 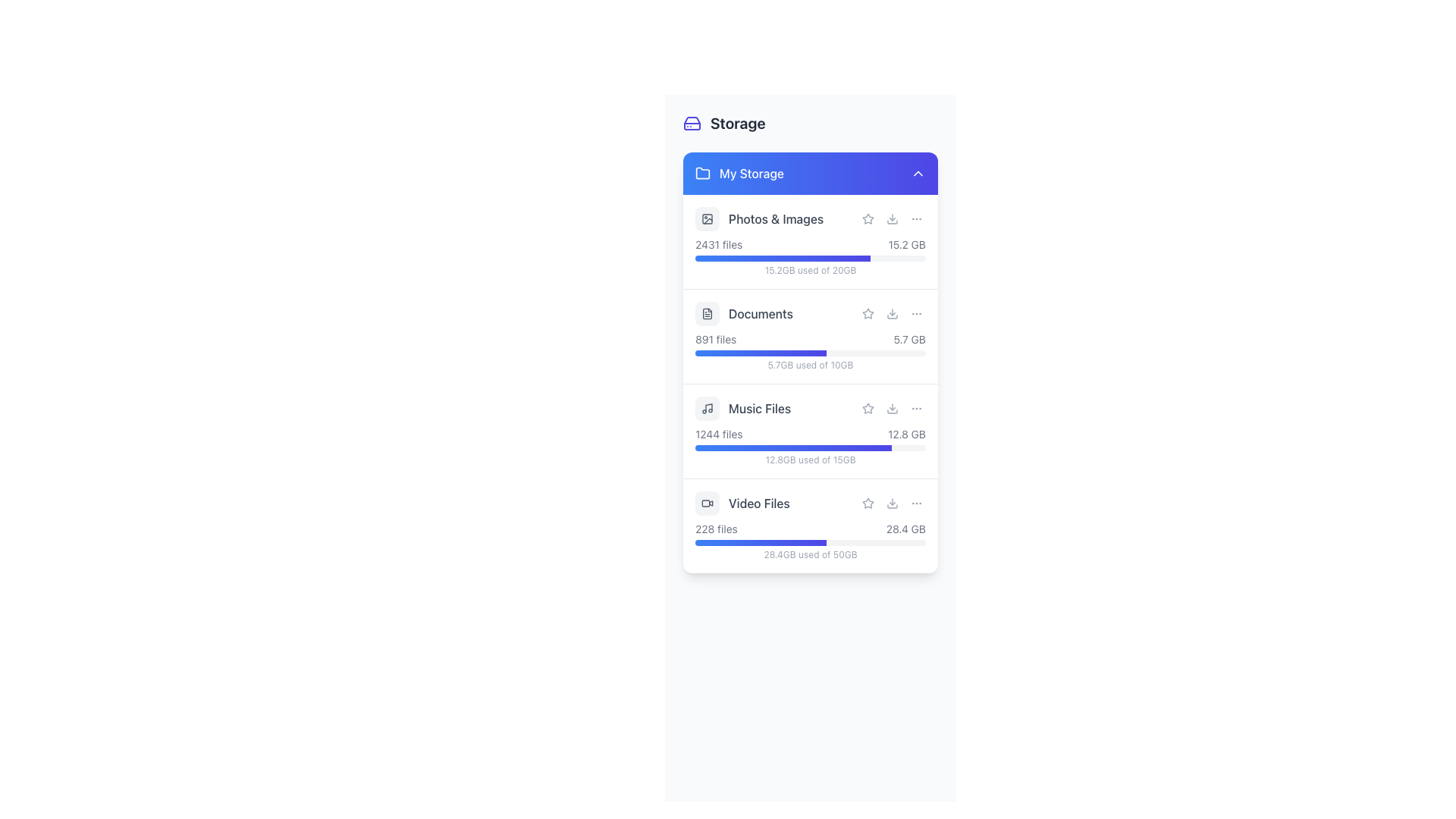 I want to click on the content of the Text Label that displays 'My Storage' on the blue header bar in the 'My Storage' section of the UI, so click(x=752, y=172).